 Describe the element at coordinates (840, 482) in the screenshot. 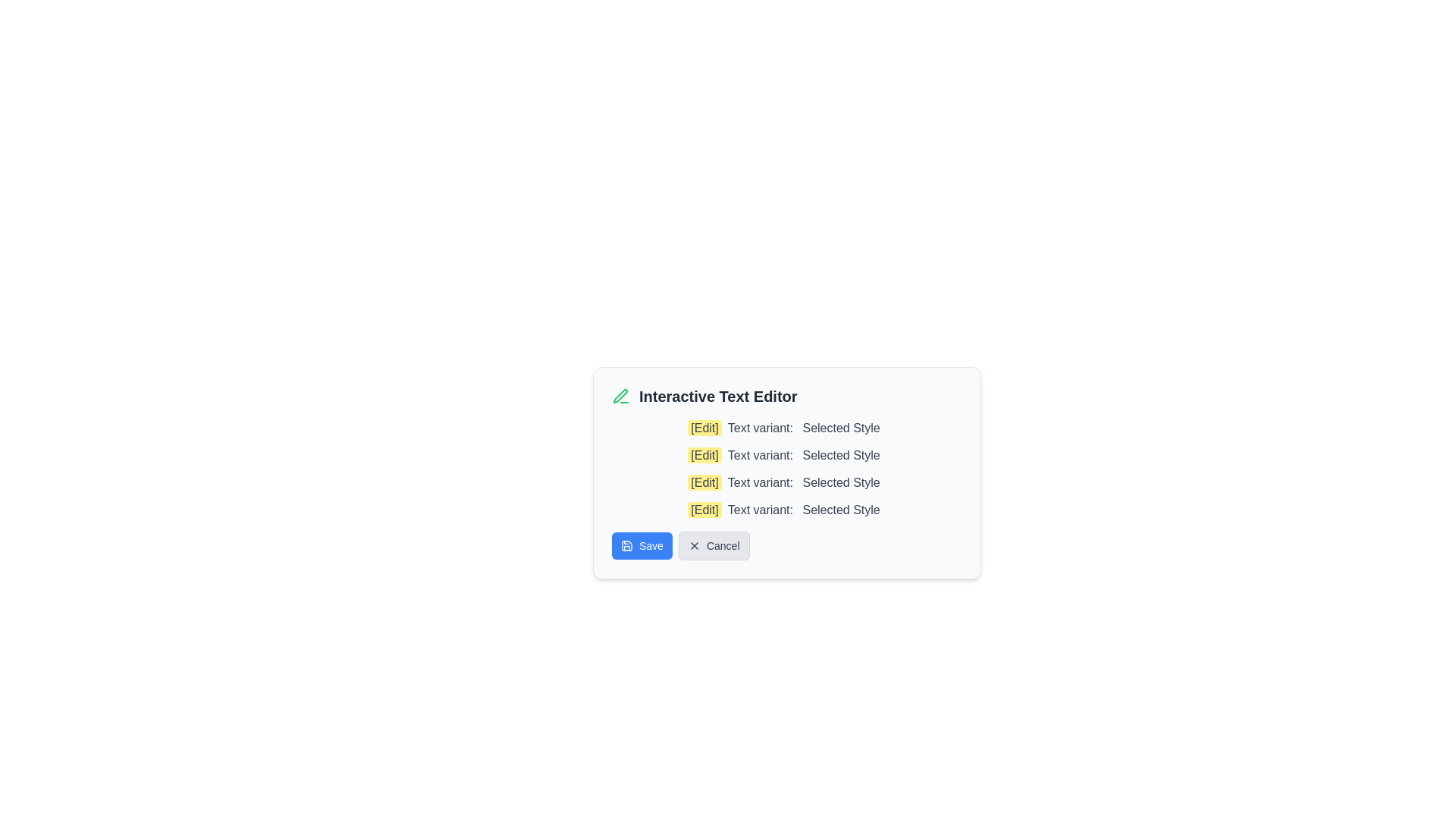

I see `text from the 'Selected Style' label, which is highlighted and part of the 'Interactive Text Editor' dialog, indicating it is a selected option` at that location.